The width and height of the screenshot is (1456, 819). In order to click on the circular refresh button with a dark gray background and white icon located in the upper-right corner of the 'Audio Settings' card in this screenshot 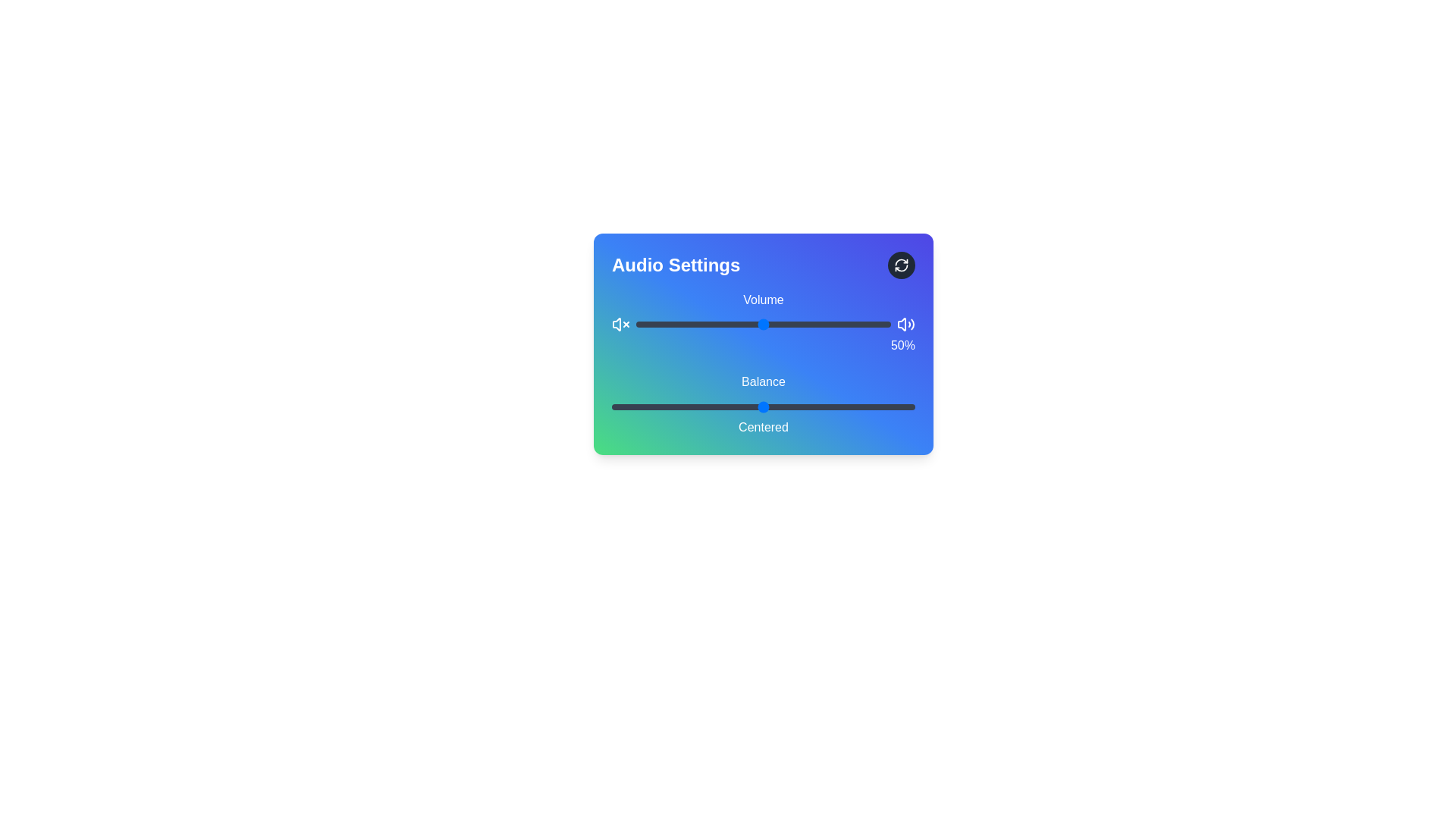, I will do `click(902, 265)`.